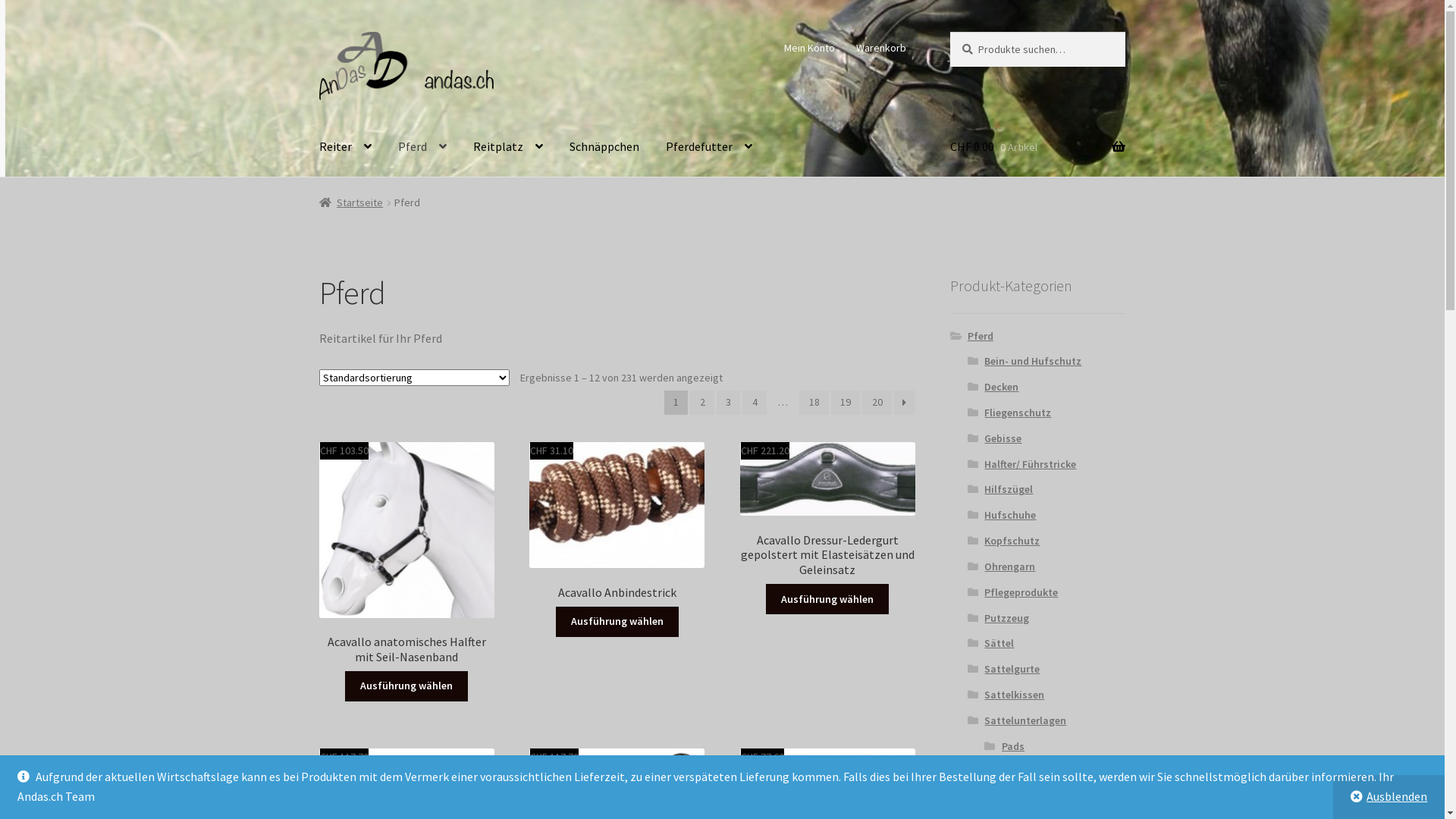 The height and width of the screenshot is (819, 1456). I want to click on 'Suche', so click(949, 31).